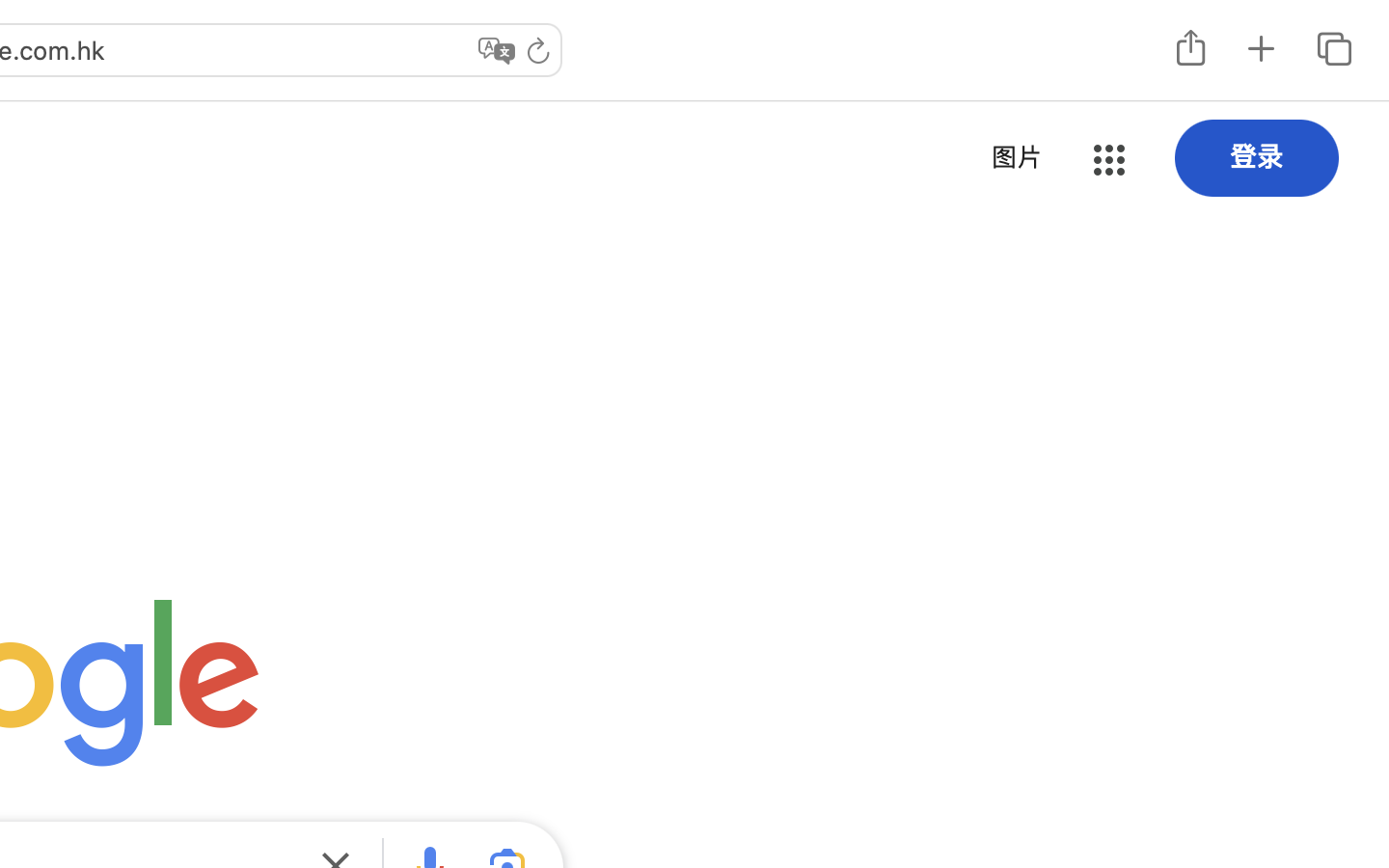  Describe the element at coordinates (1257, 156) in the screenshot. I see `'登录'` at that location.